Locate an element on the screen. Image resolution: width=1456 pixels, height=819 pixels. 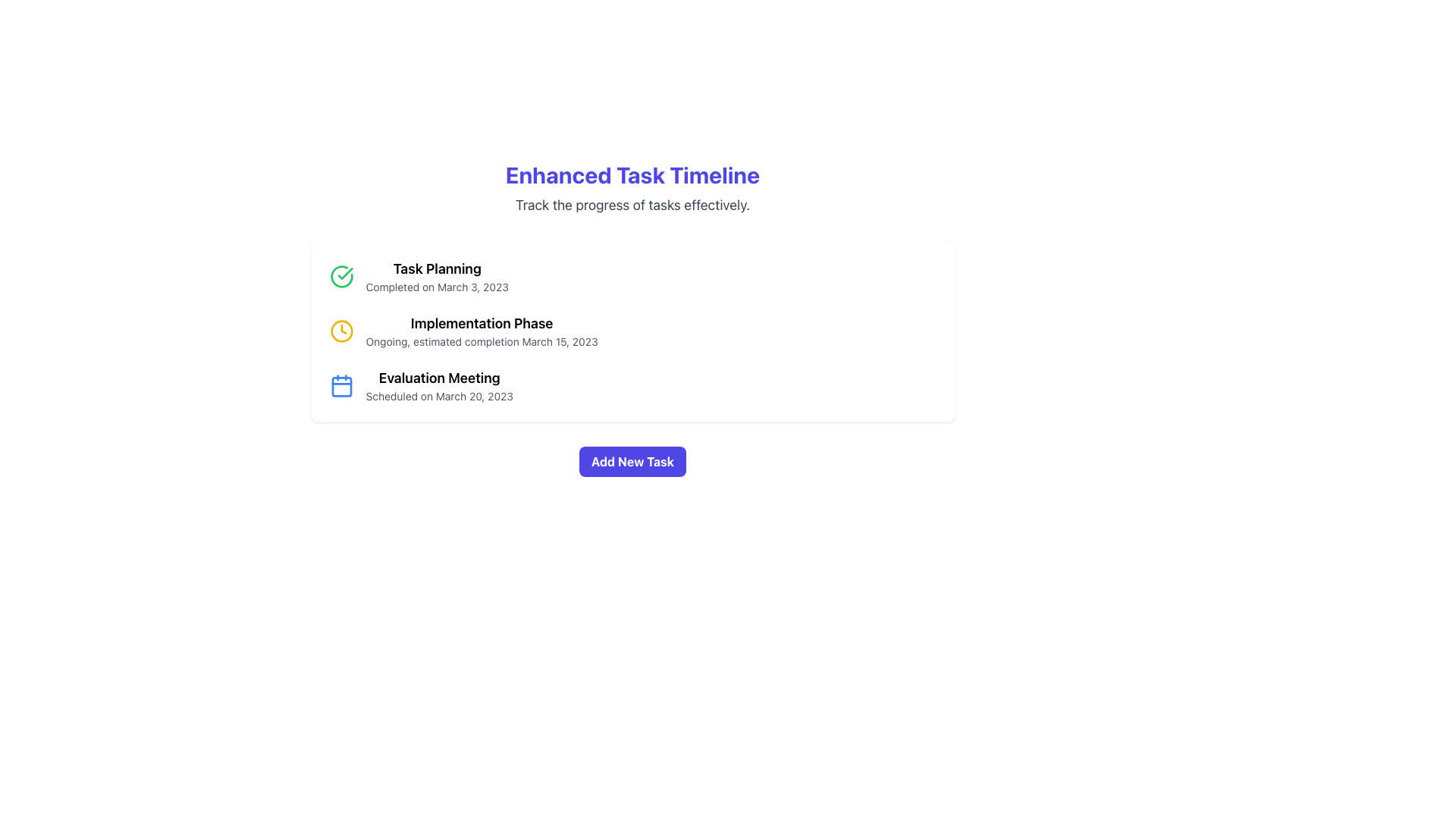
the circular outline of the clock face icon associated with the 'Implementation Phase' task is located at coordinates (340, 330).